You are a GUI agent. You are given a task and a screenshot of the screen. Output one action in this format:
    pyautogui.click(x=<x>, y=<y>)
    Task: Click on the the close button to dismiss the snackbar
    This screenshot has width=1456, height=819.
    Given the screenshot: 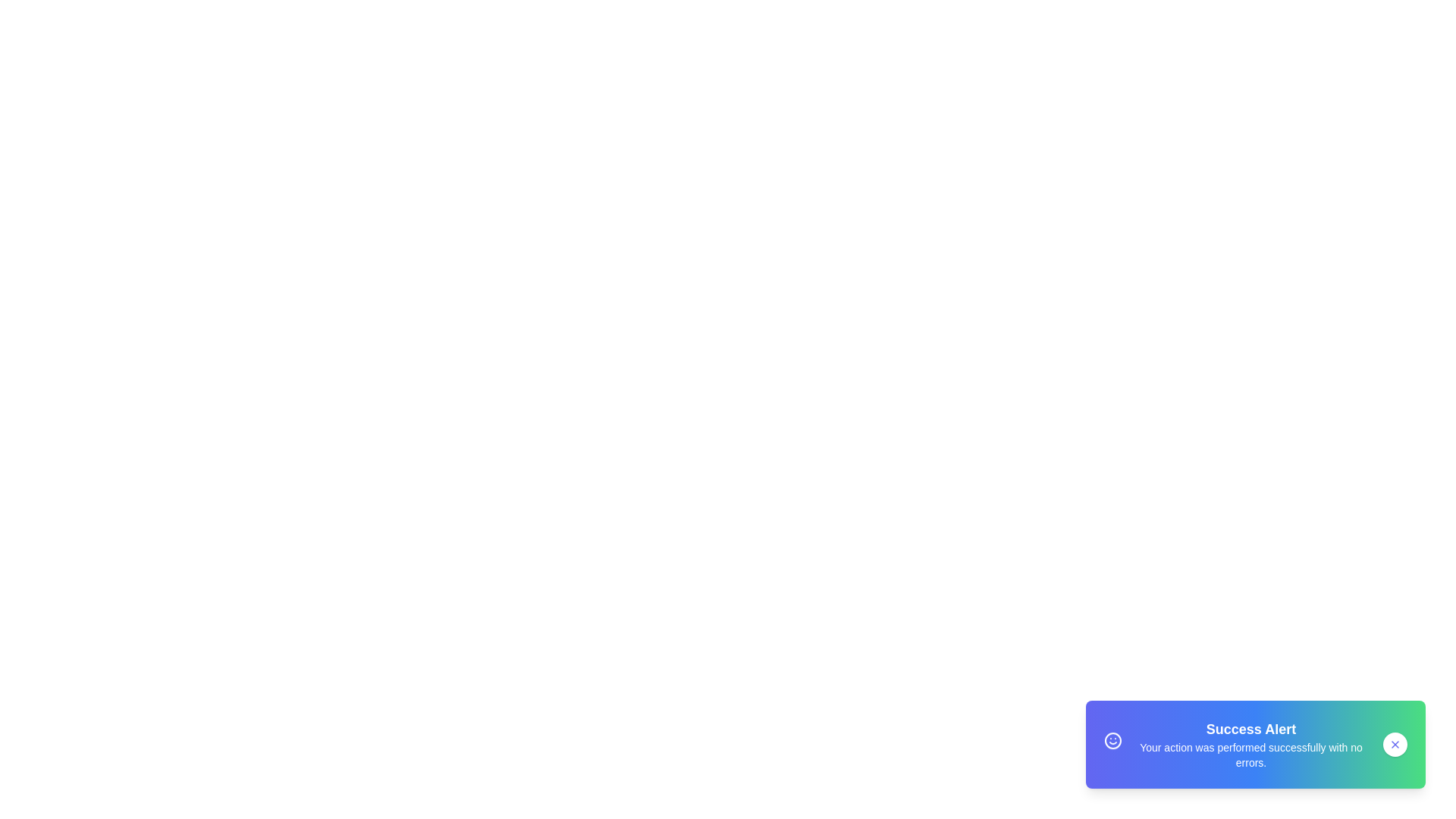 What is the action you would take?
    pyautogui.click(x=1395, y=744)
    